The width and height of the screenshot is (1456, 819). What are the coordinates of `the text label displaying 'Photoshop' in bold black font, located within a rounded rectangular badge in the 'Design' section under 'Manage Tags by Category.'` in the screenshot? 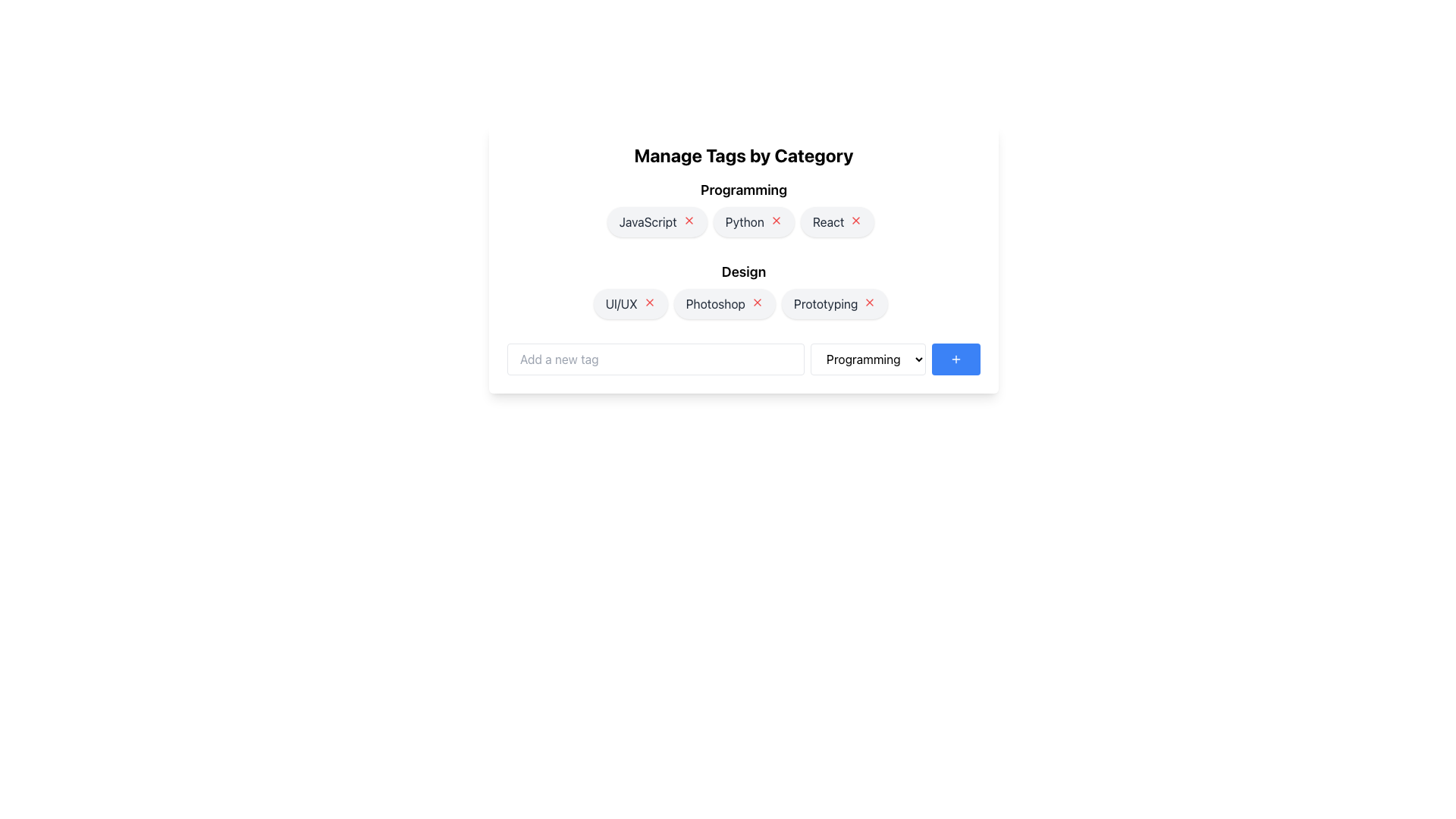 It's located at (714, 304).